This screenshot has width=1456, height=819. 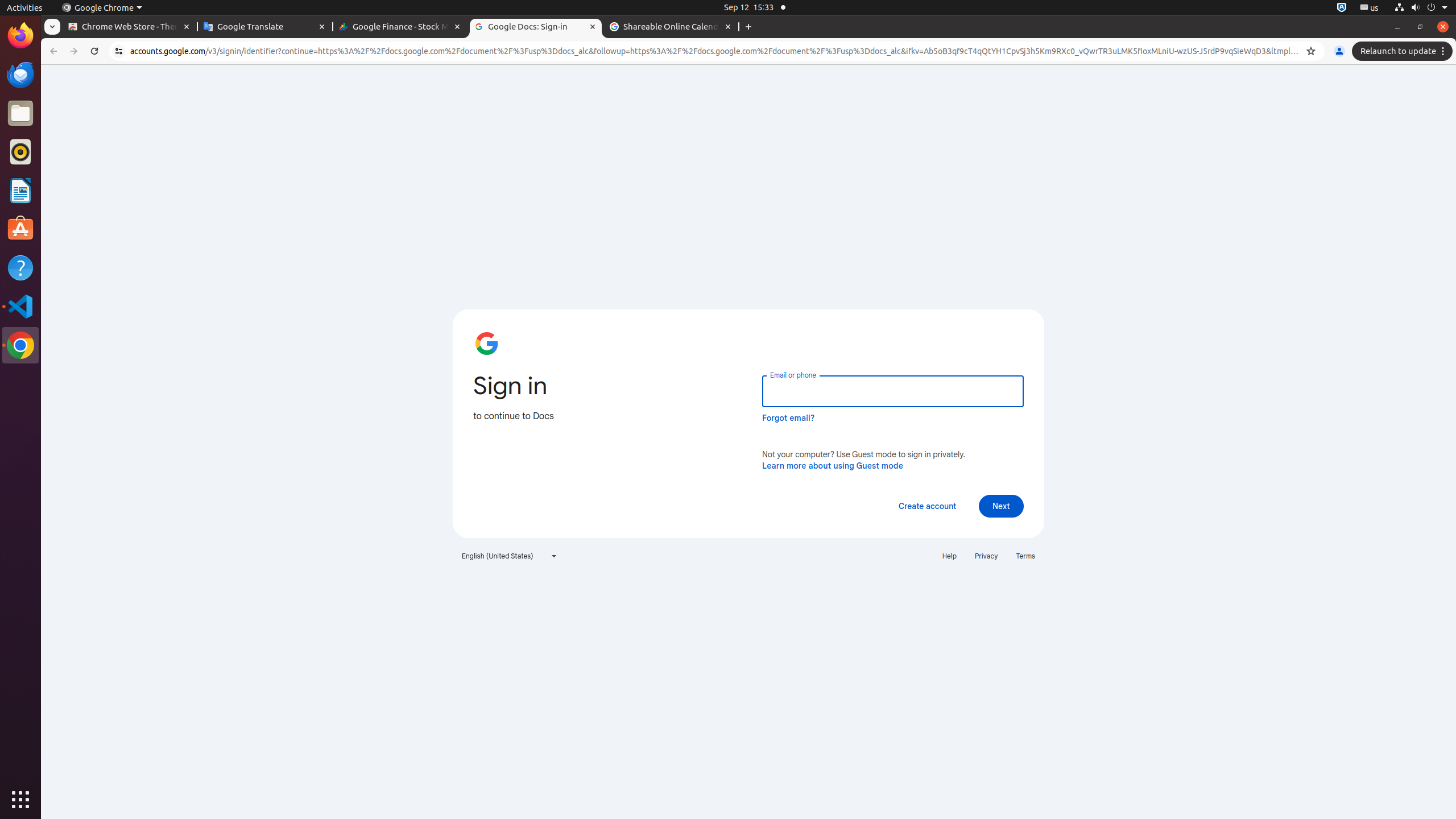 What do you see at coordinates (20, 229) in the screenshot?
I see `'Ubuntu Software'` at bounding box center [20, 229].